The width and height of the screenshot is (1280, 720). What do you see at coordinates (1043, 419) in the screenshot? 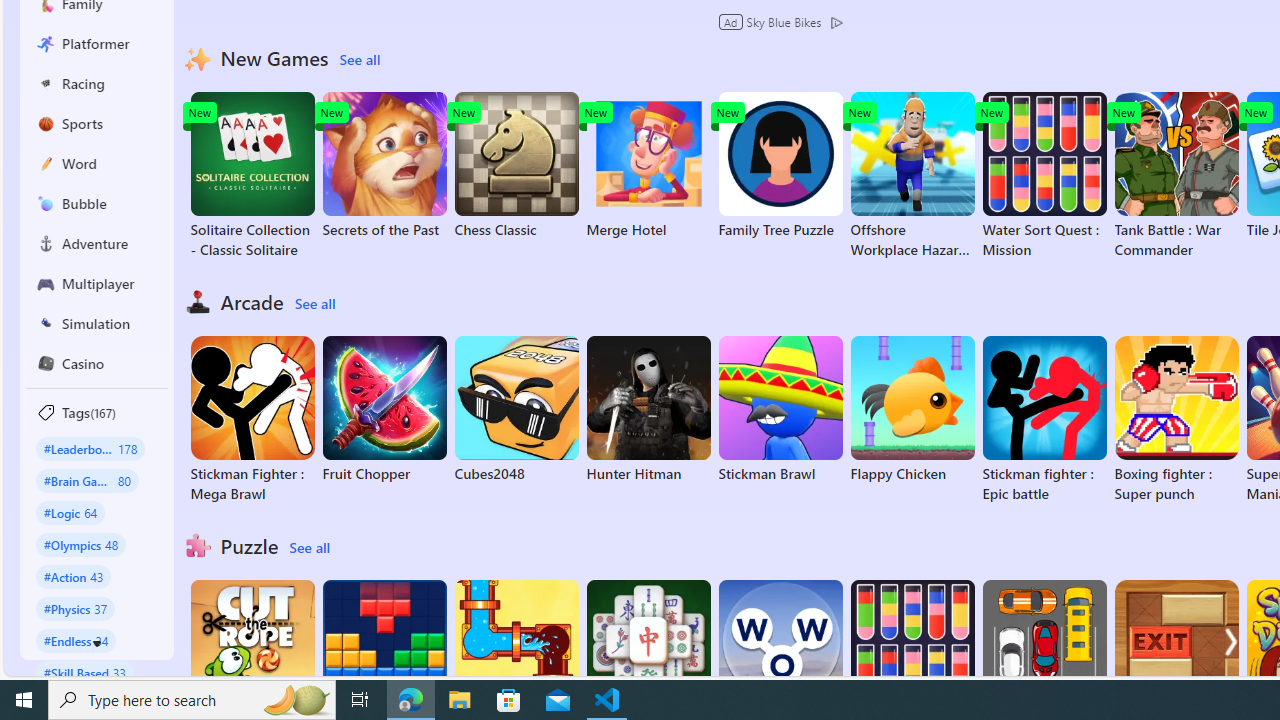
I see `'Stickman fighter : Epic battle'` at bounding box center [1043, 419].